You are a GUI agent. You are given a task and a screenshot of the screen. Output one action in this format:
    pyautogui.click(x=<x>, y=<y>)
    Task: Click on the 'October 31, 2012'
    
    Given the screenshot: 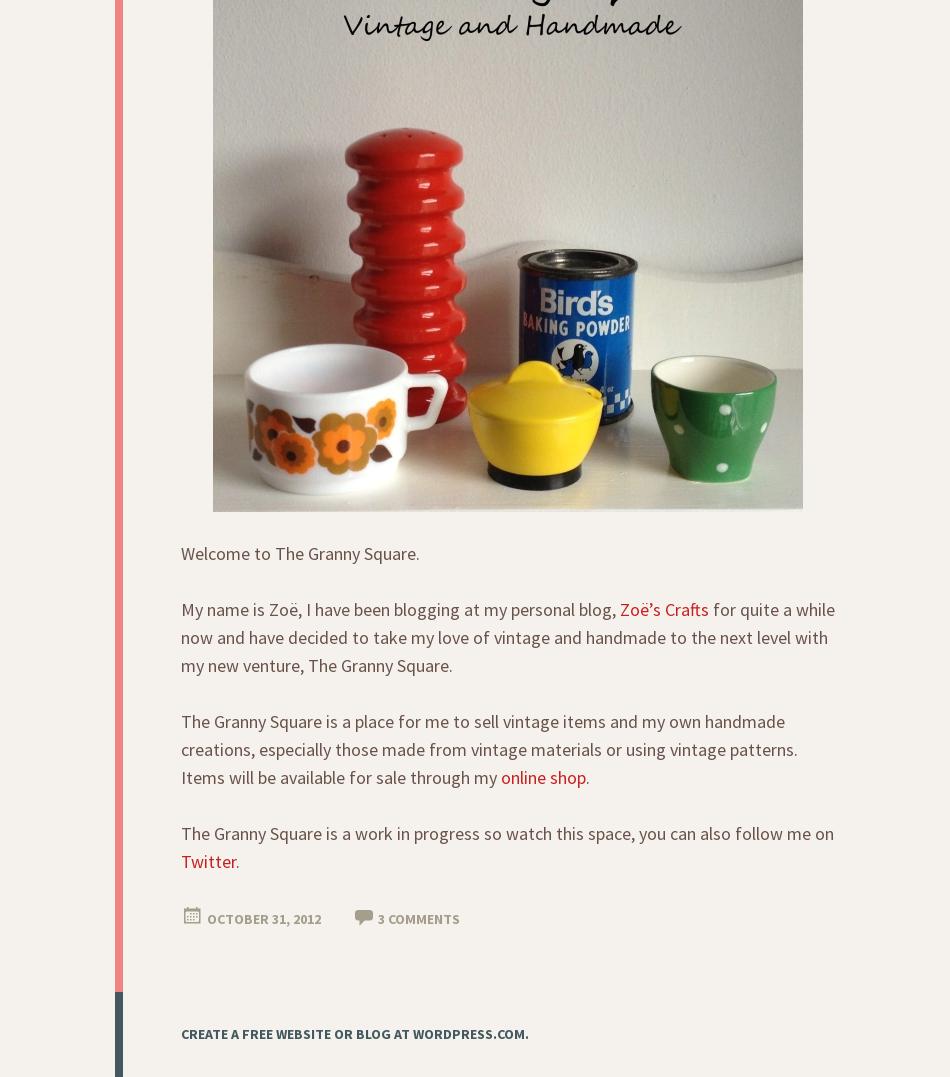 What is the action you would take?
    pyautogui.click(x=263, y=918)
    